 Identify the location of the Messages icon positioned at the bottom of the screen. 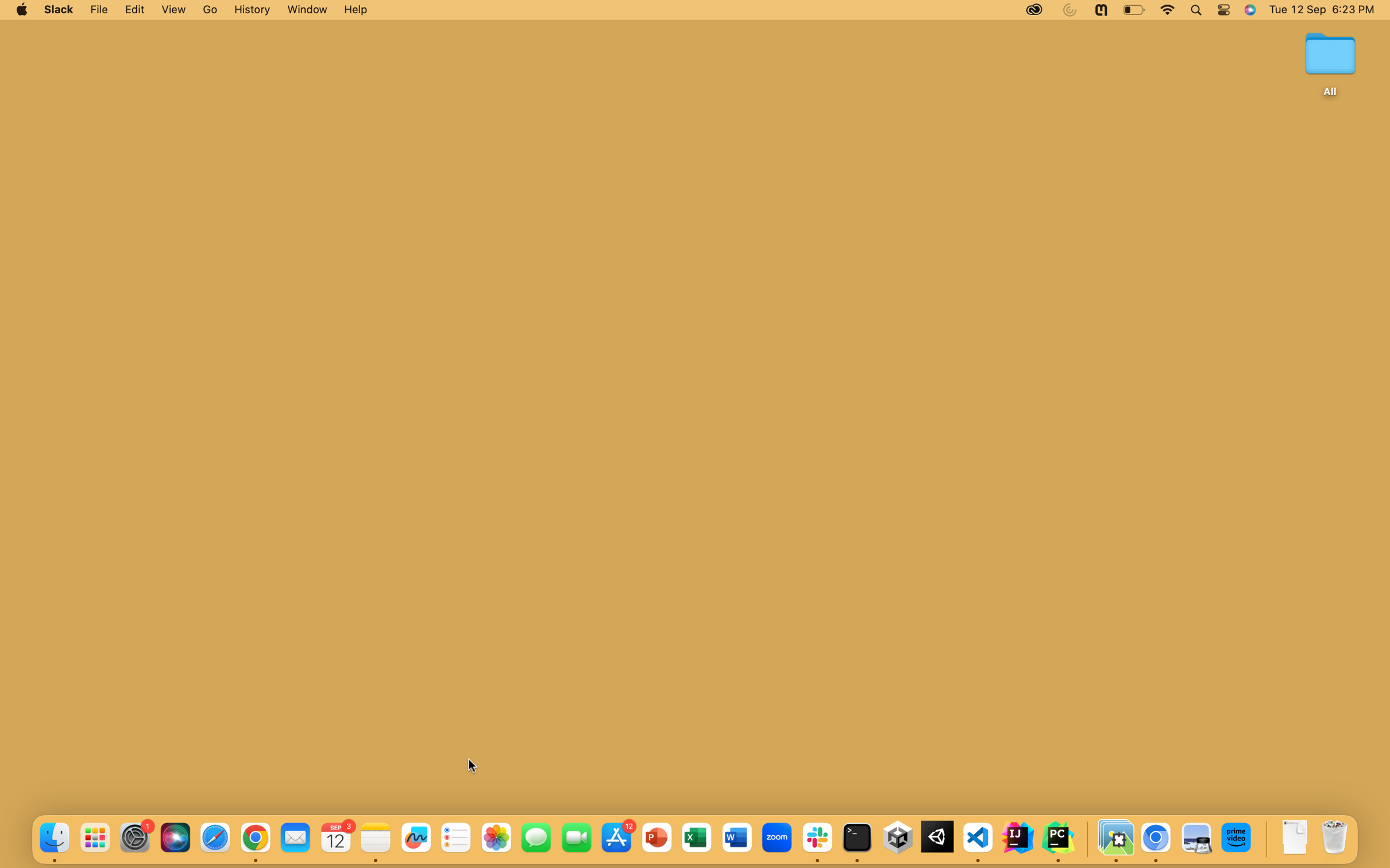
(535, 837).